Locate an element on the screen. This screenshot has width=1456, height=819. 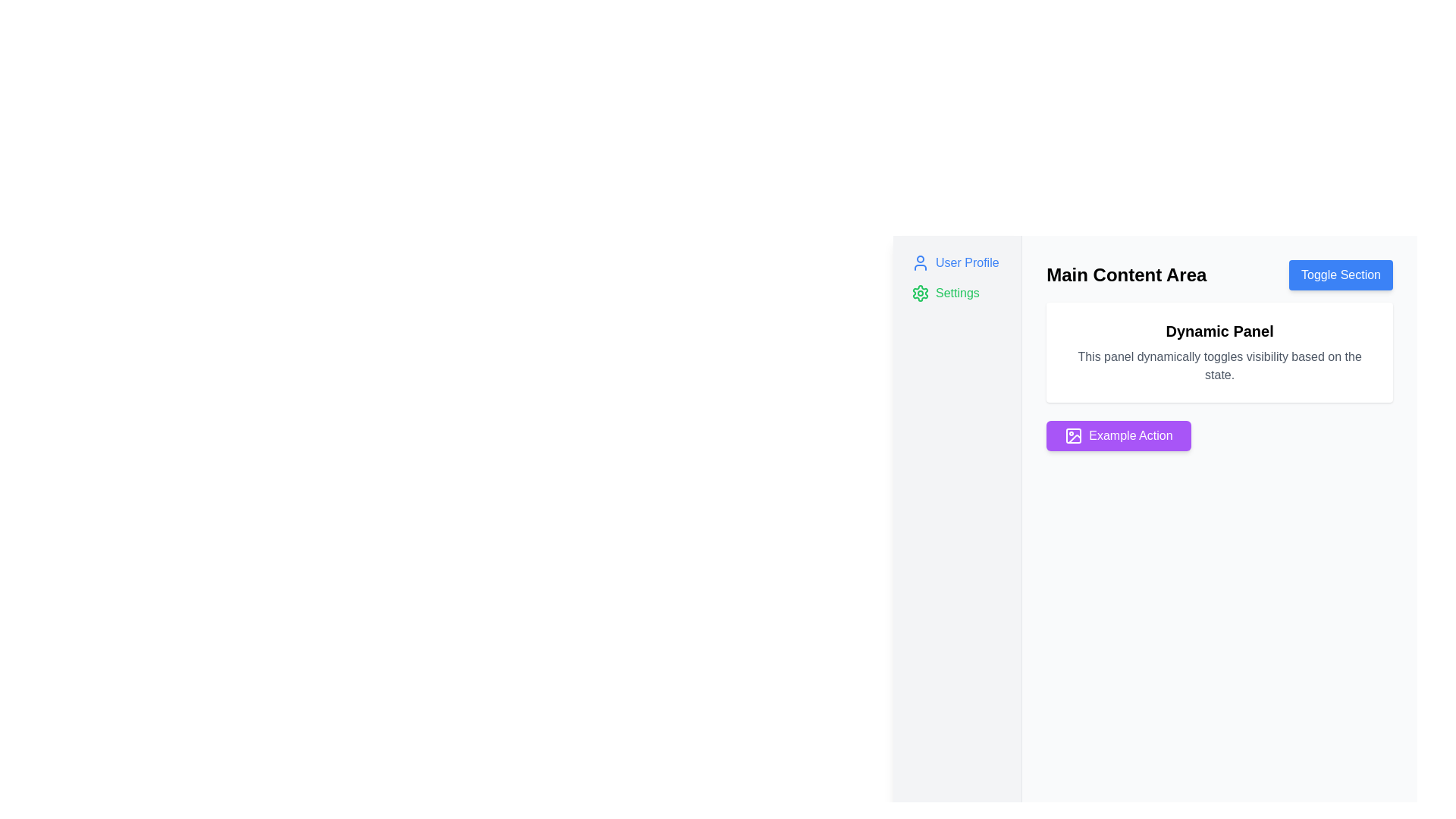
text from the bold heading labeled 'Dynamic Panel' located within the white card in the 'Main Content Area' is located at coordinates (1219, 330).